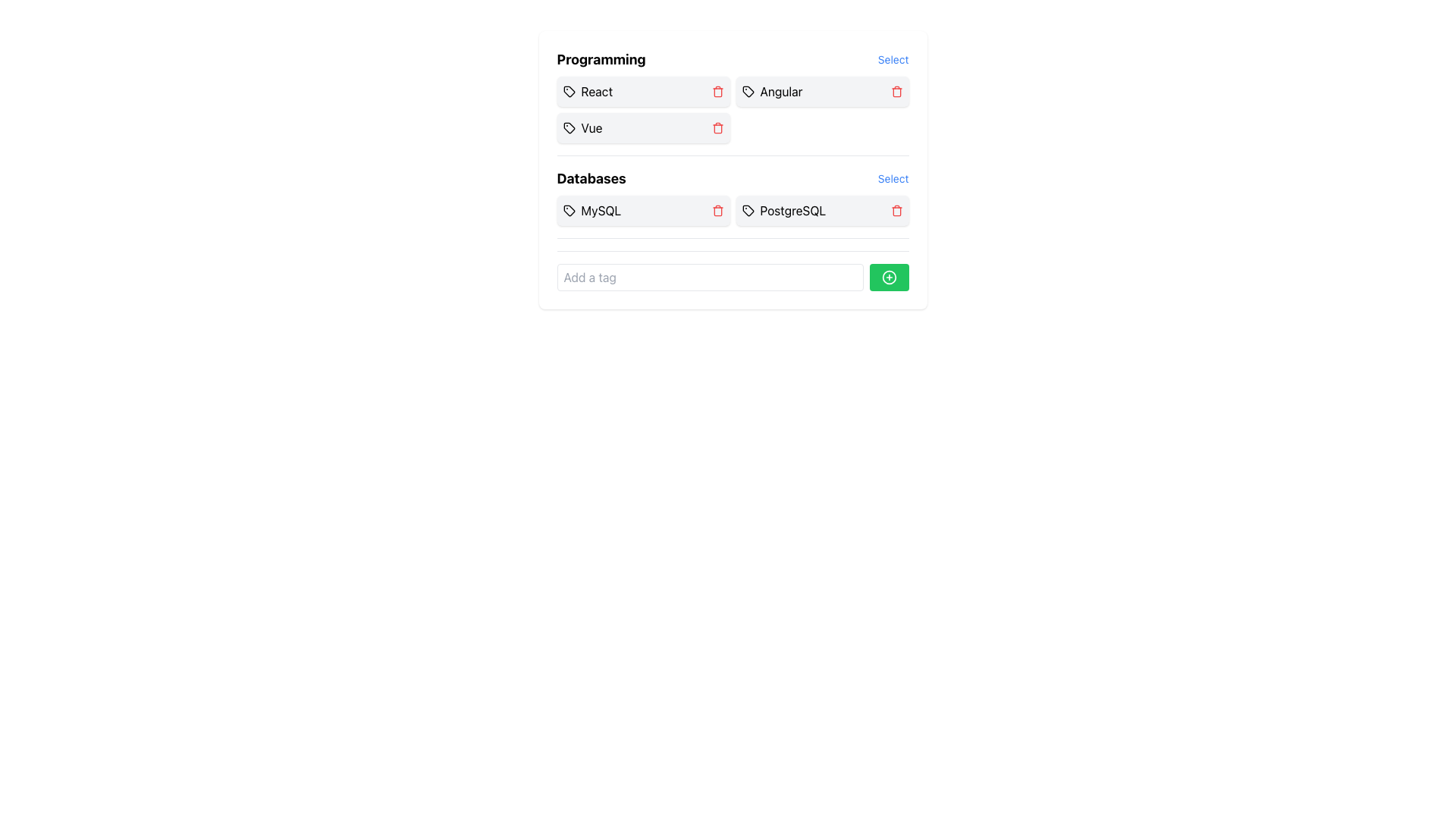 The width and height of the screenshot is (1456, 819). I want to click on the first selectable tag option in the 'Programming' section for the React framework, so click(643, 91).